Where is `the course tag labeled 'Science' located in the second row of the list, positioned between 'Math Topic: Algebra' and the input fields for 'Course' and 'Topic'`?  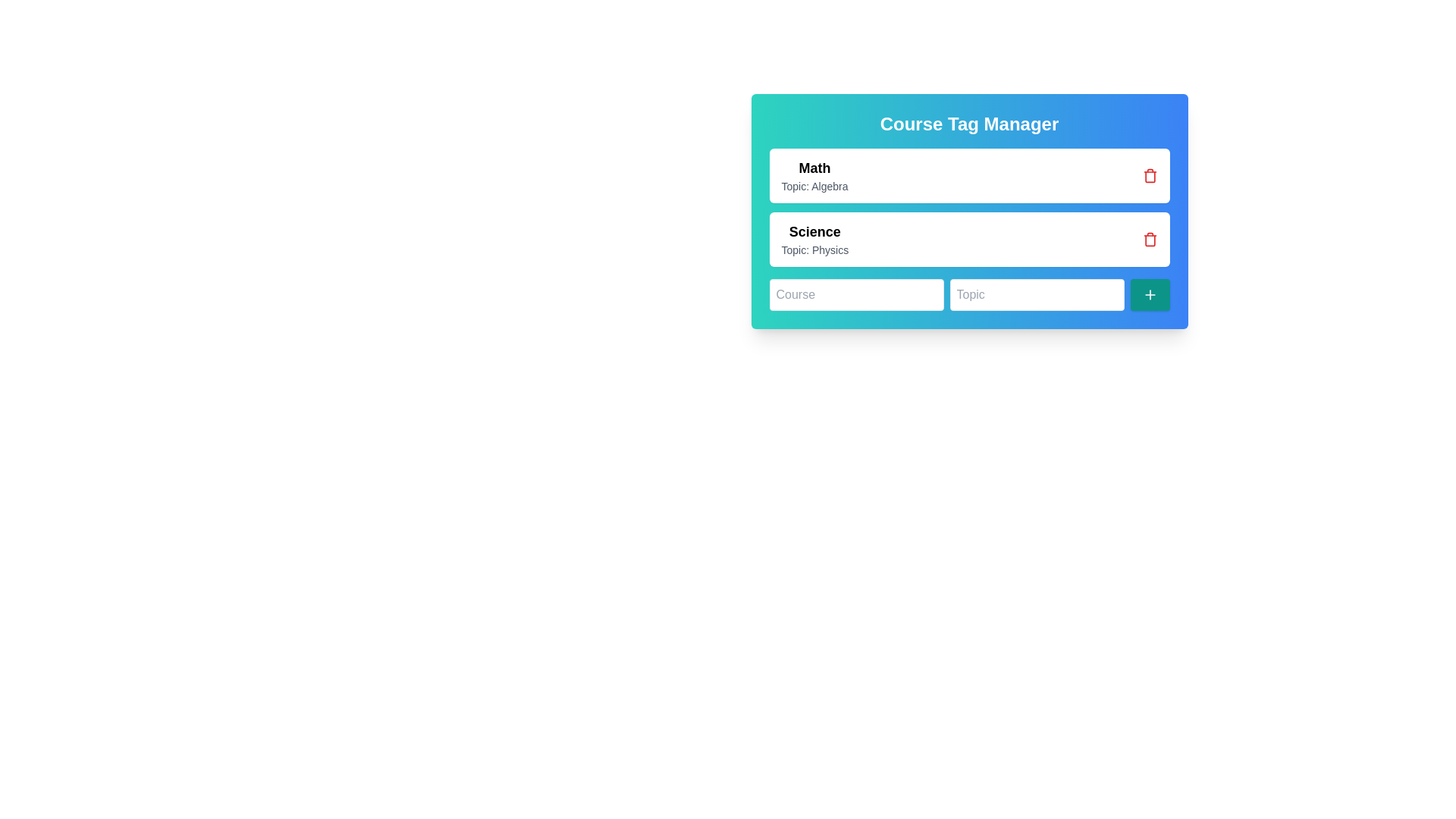
the course tag labeled 'Science' located in the second row of the list, positioned between 'Math Topic: Algebra' and the input fields for 'Course' and 'Topic' is located at coordinates (814, 239).